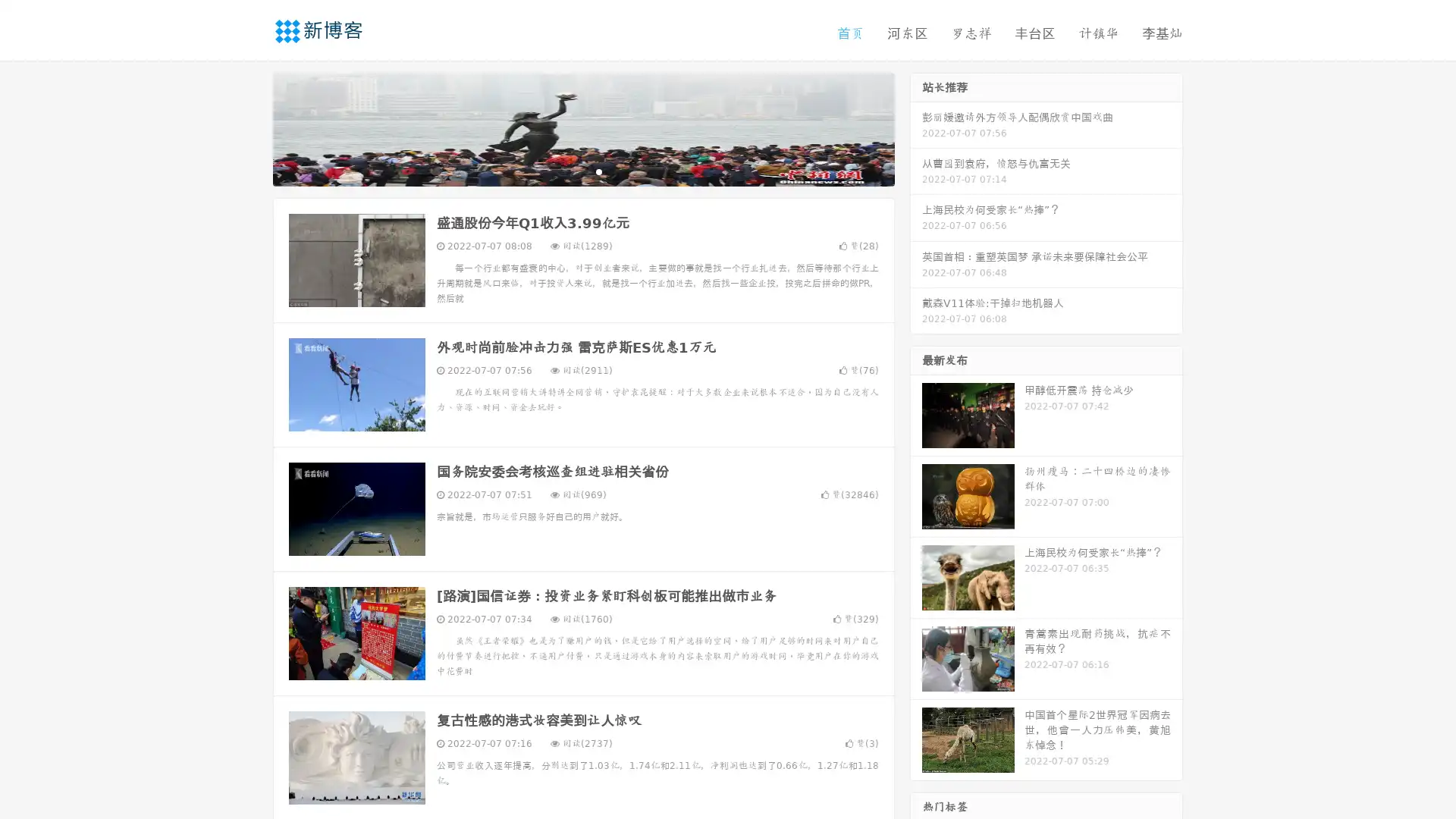 This screenshot has width=1456, height=819. Describe the element at coordinates (582, 171) in the screenshot. I see `Go to slide 2` at that location.